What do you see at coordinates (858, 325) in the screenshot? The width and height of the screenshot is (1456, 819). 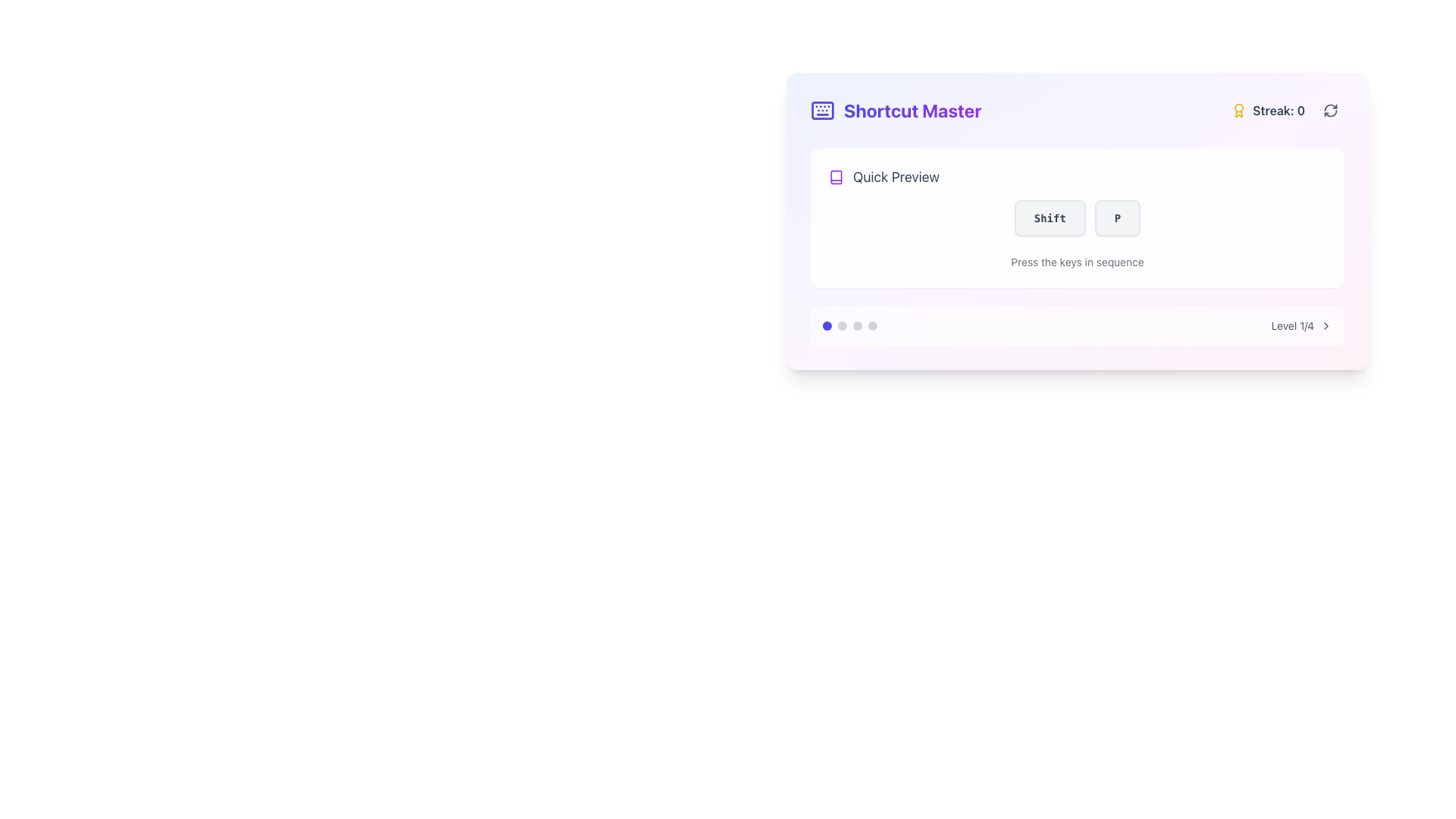 I see `the third progress indicator located at the bottom of the 'Shortcut Master' card, which serves as a visual cue for navigation or progress indication` at bounding box center [858, 325].